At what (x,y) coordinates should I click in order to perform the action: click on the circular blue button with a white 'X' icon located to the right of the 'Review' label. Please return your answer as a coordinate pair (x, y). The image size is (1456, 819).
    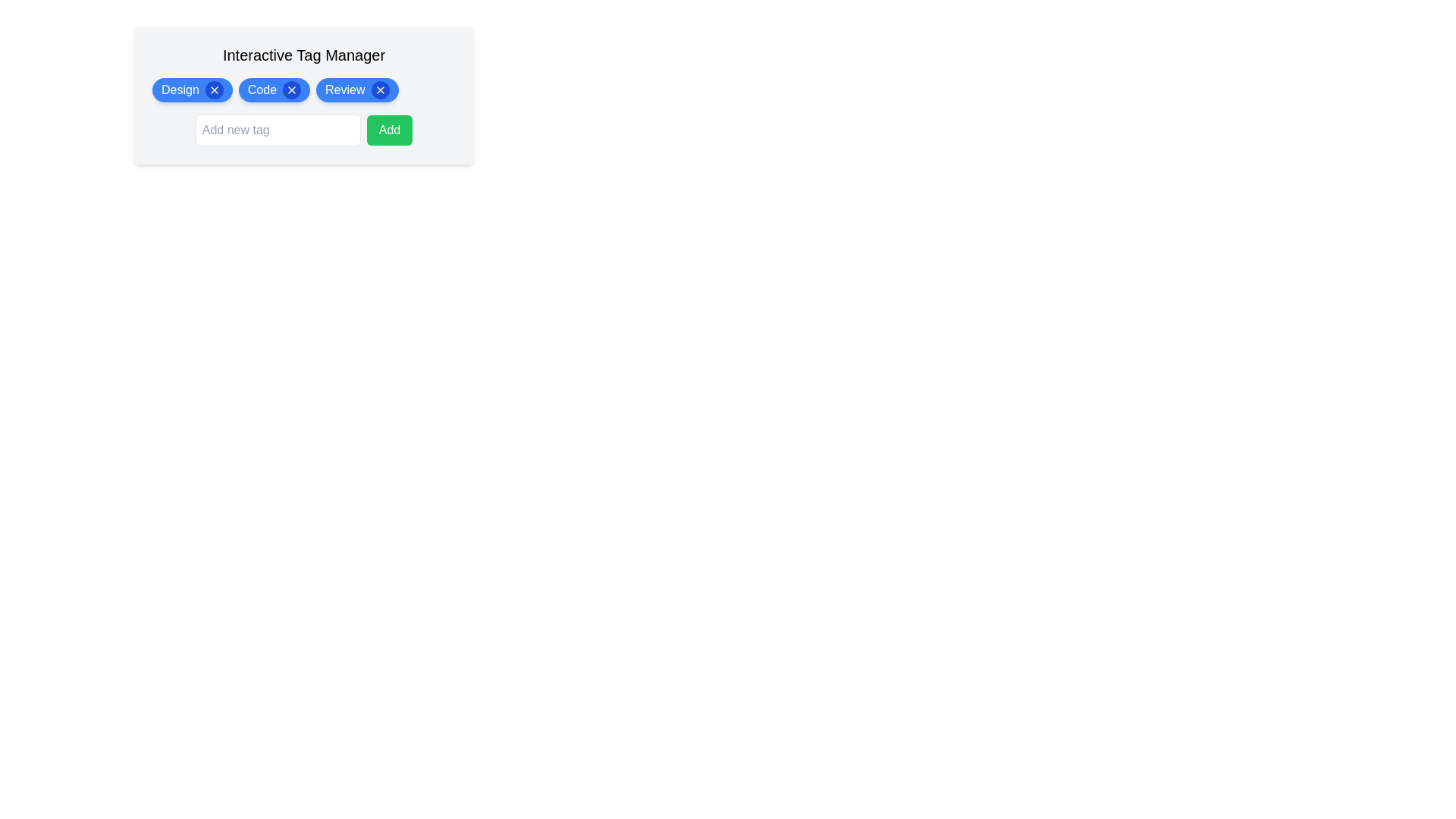
    Looking at the image, I should click on (380, 90).